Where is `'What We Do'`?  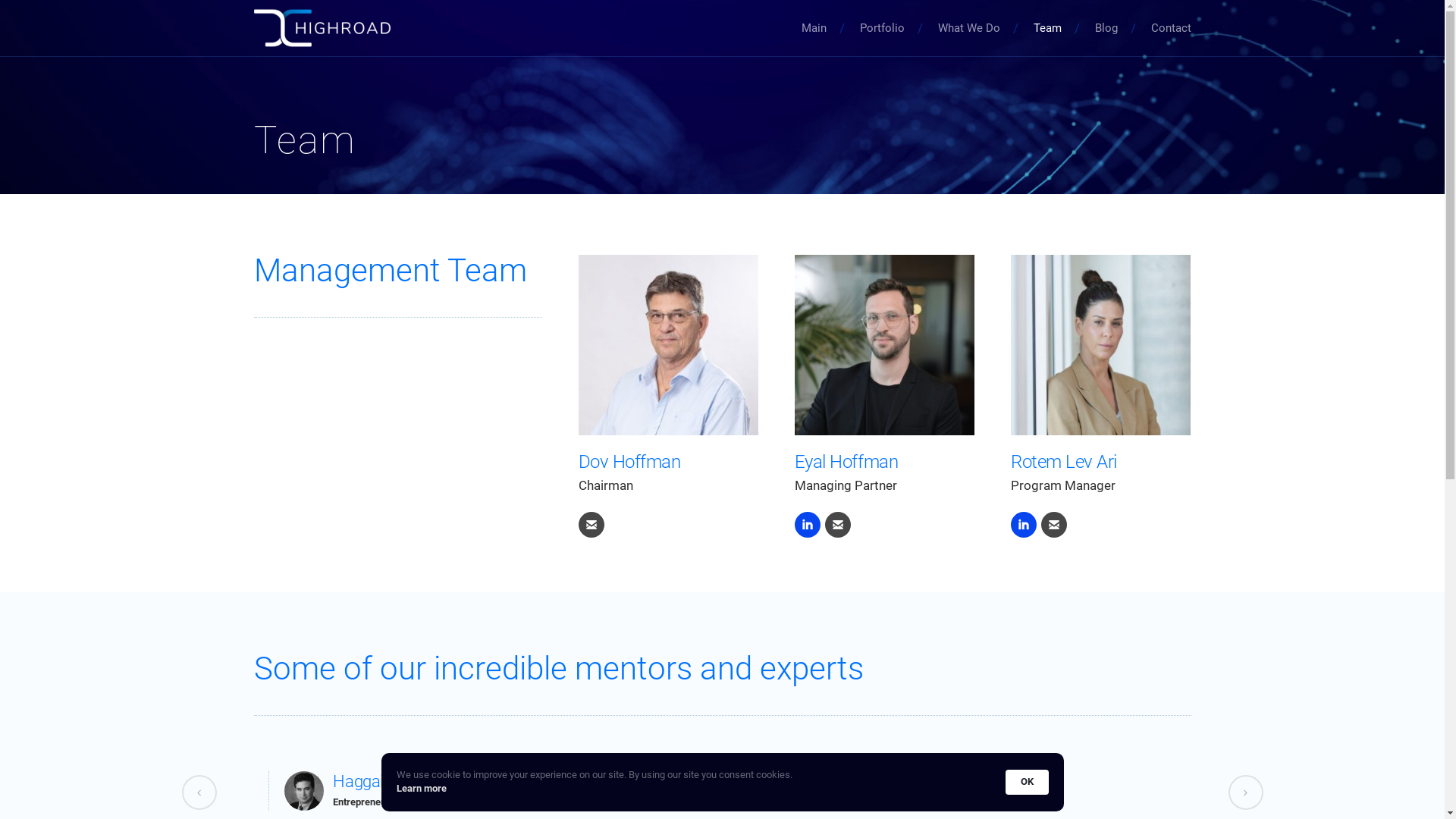 'What We Do' is located at coordinates (967, 28).